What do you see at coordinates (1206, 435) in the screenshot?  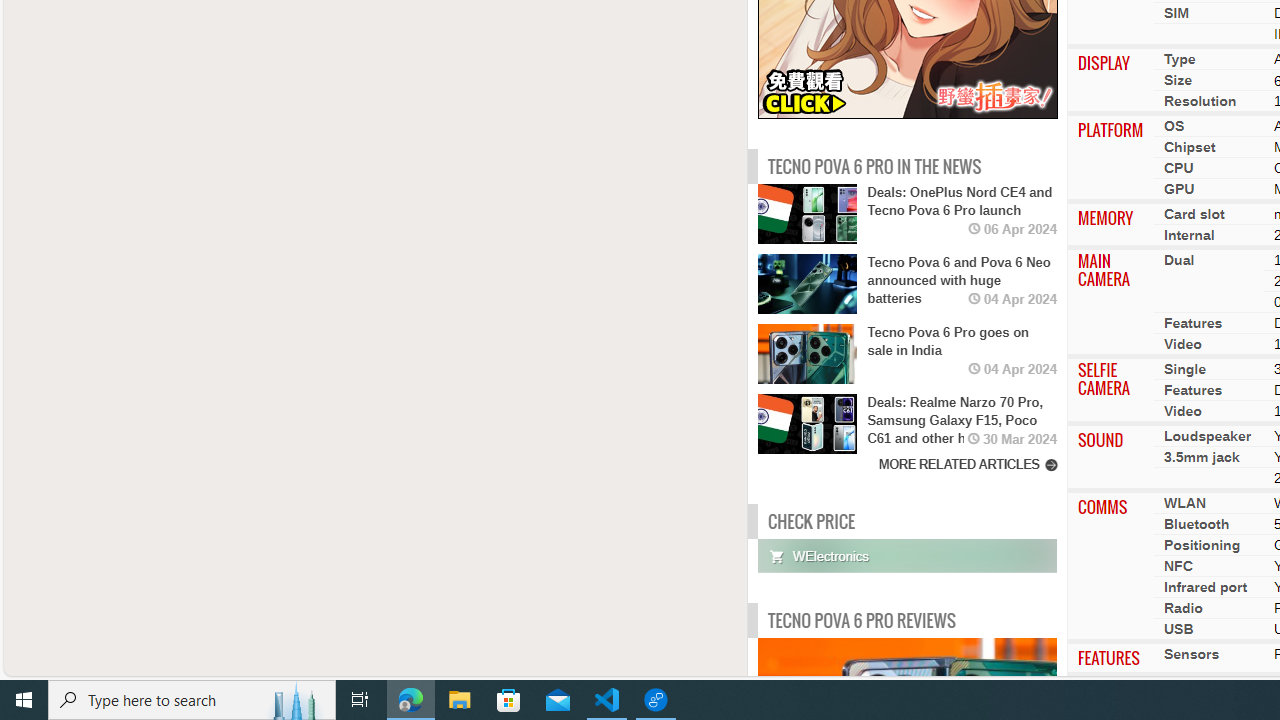 I see `'Loudspeaker'` at bounding box center [1206, 435].